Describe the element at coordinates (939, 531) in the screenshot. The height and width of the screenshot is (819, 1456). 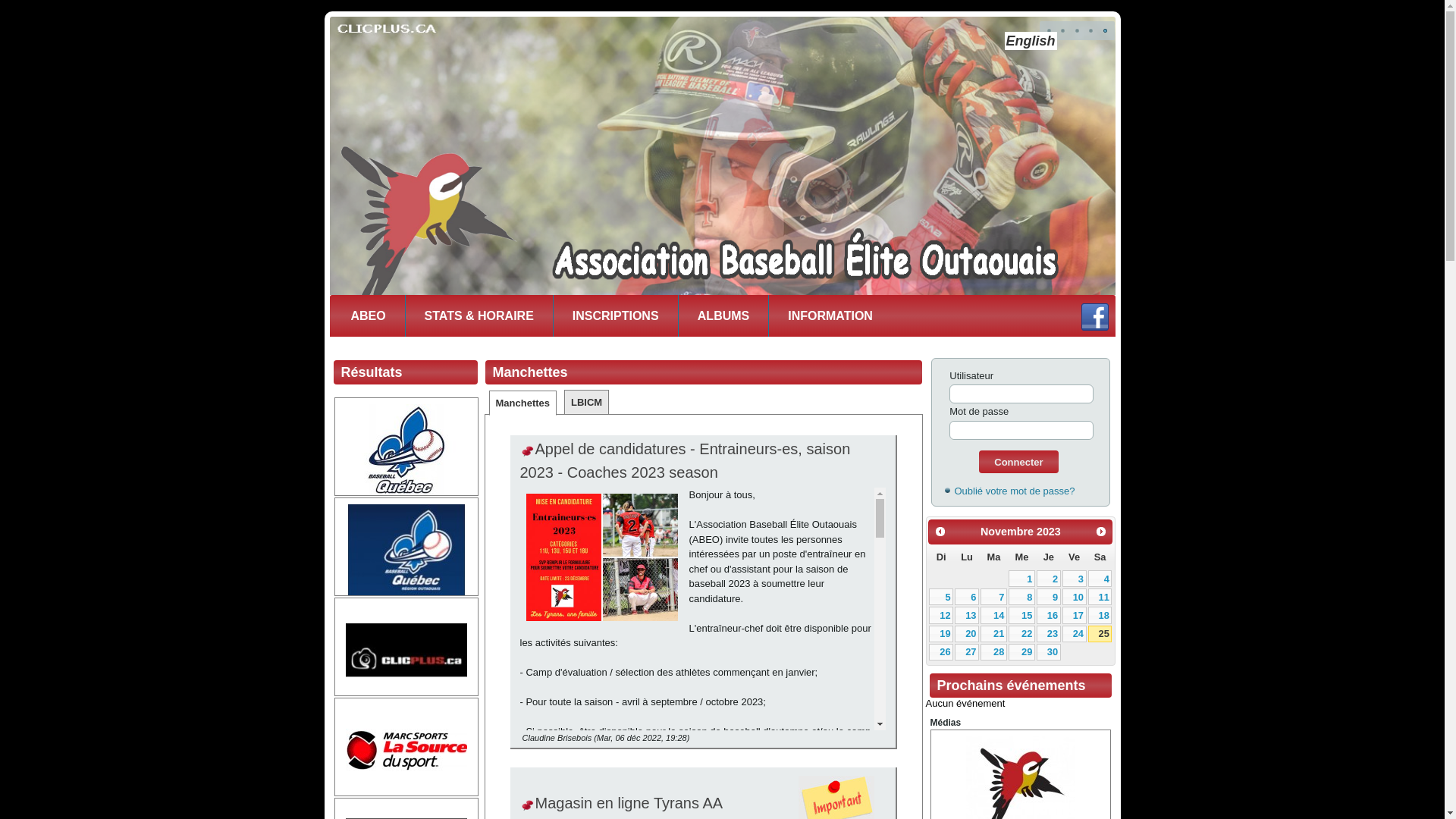
I see `'Prev'` at that location.